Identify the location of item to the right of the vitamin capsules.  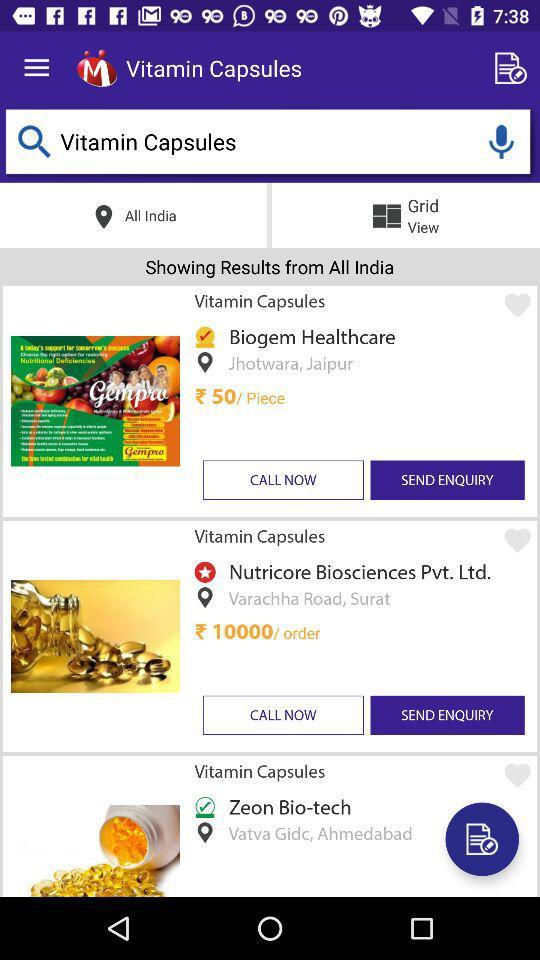
(514, 68).